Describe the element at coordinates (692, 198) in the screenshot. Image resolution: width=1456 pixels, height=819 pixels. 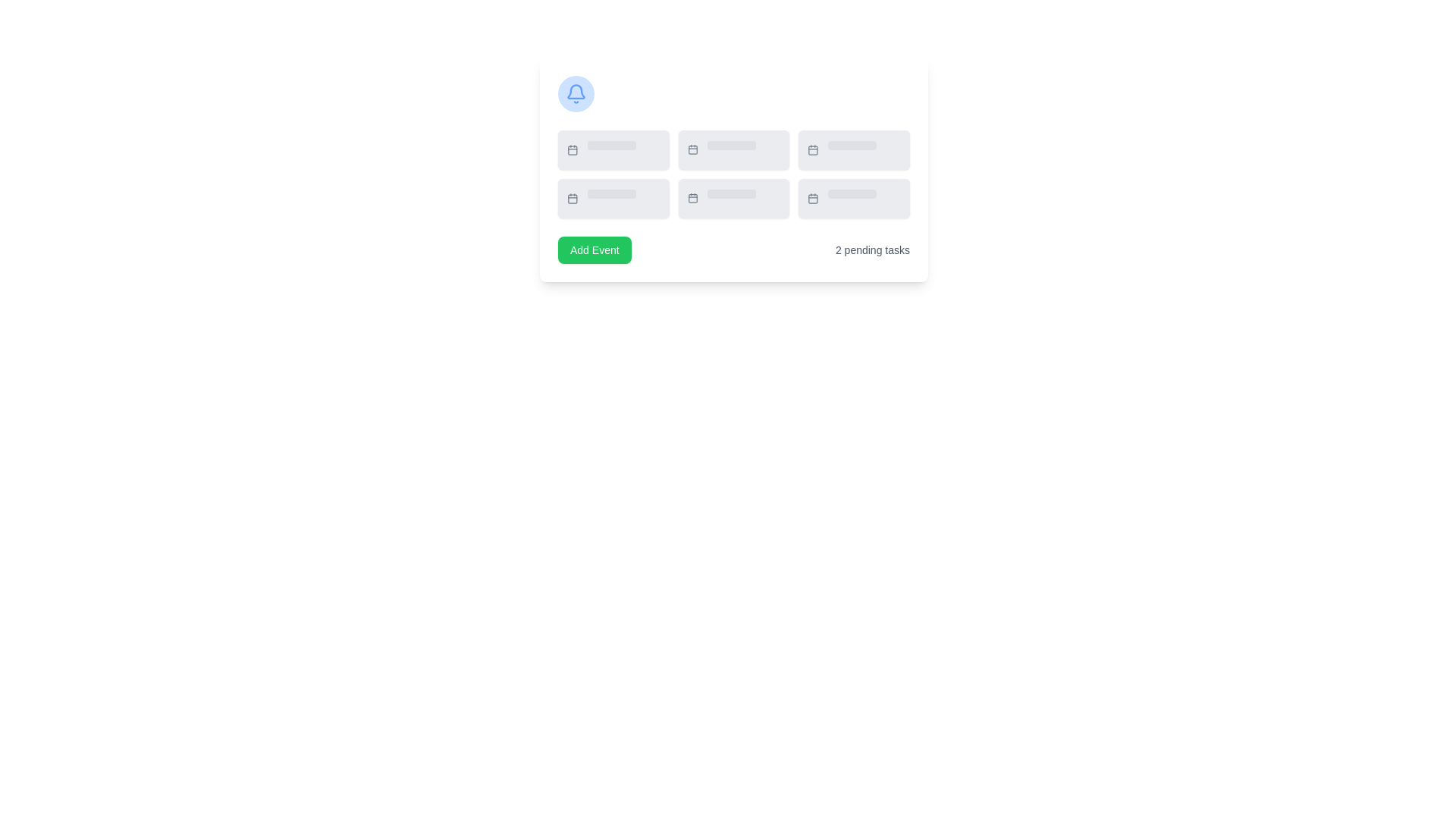
I see `the rectangle with softly rounded corners that is part of the calendar icon in the second row of the calendar grid` at that location.